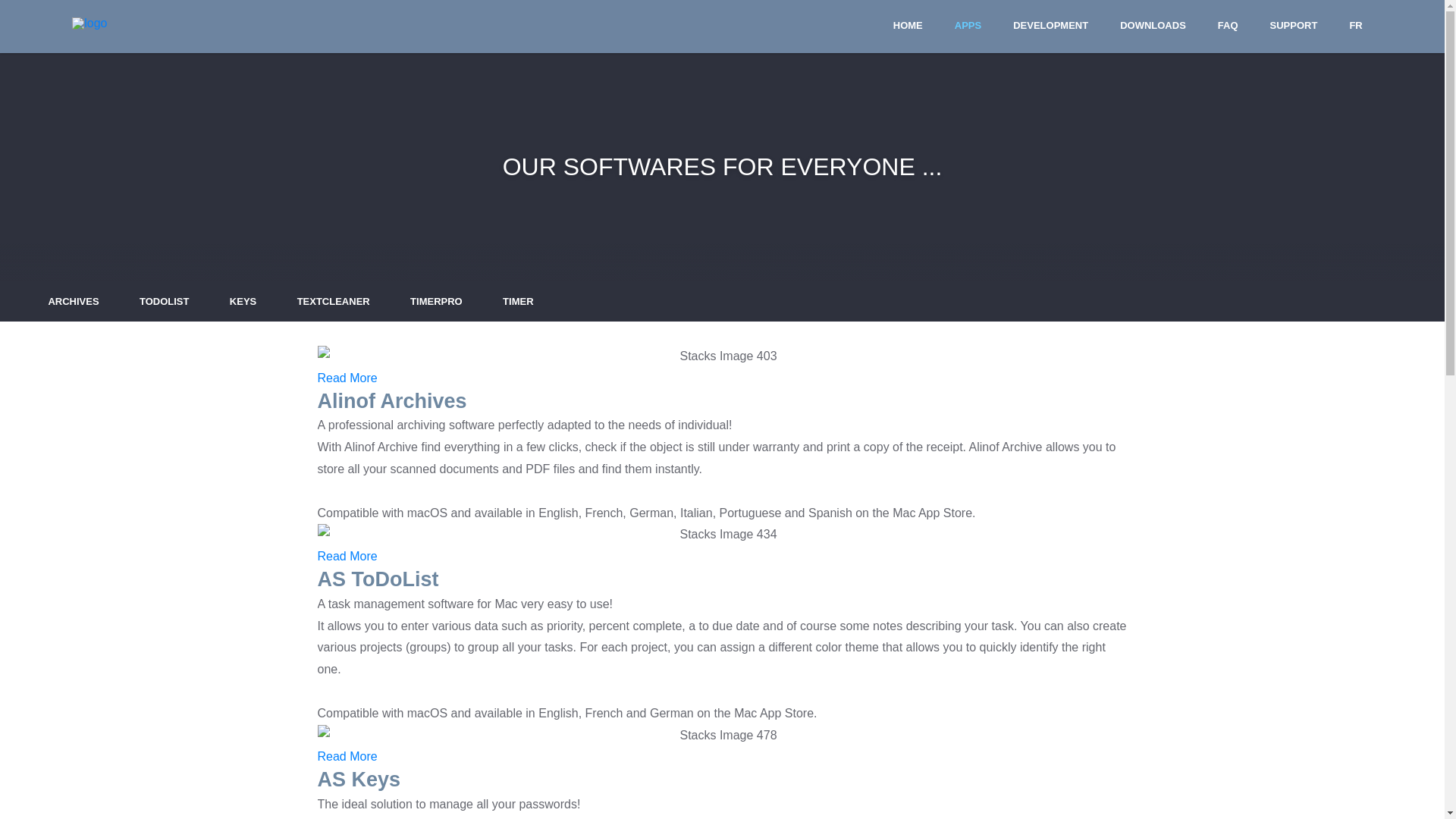 The width and height of the screenshot is (1456, 819). Describe the element at coordinates (1293, 25) in the screenshot. I see `'SUPPORT'` at that location.